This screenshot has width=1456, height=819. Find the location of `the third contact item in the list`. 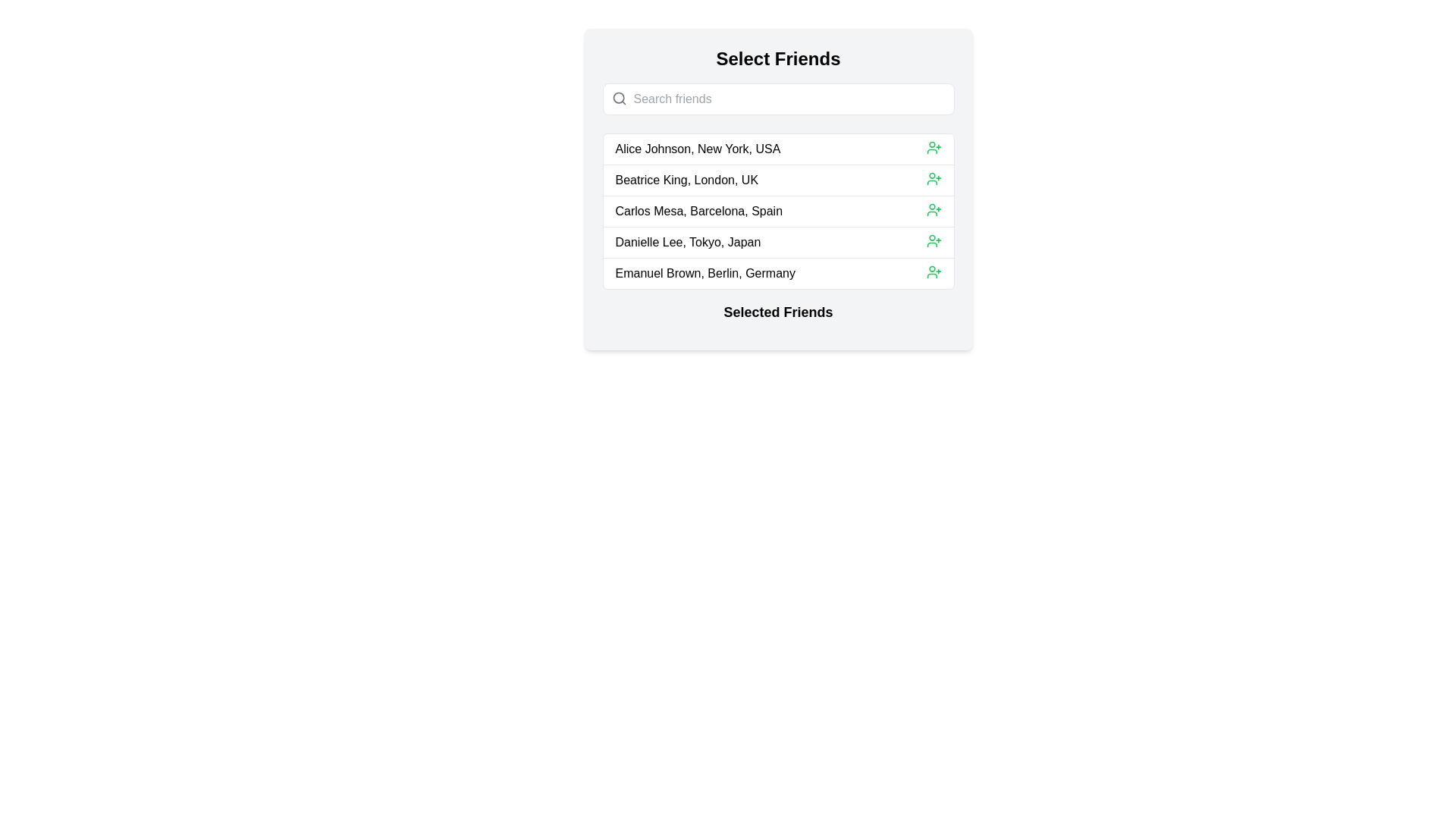

the third contact item in the list is located at coordinates (778, 211).